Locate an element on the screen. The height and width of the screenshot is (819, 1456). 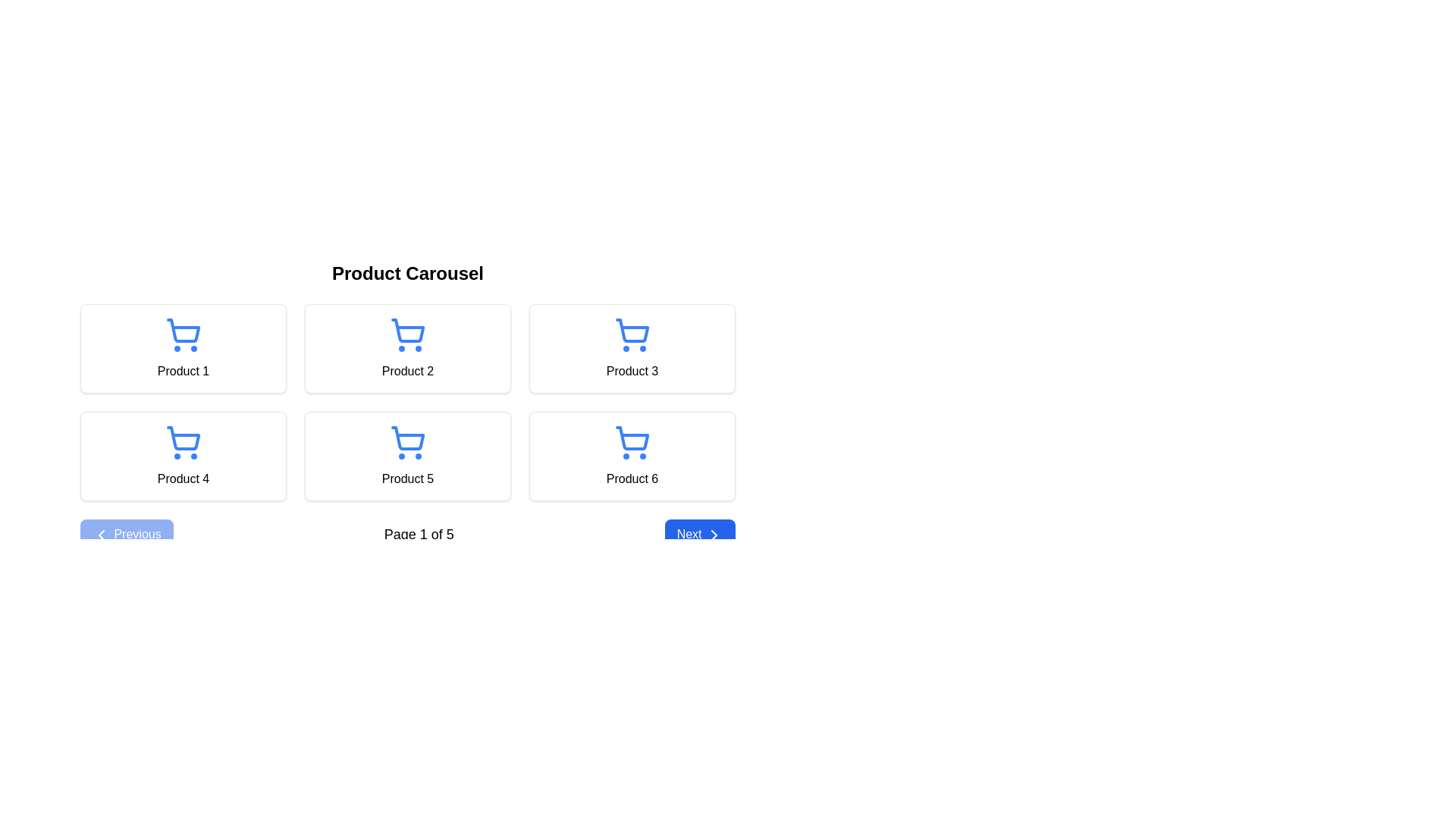
the 'Previous' button with a blue background and white text is located at coordinates (127, 534).